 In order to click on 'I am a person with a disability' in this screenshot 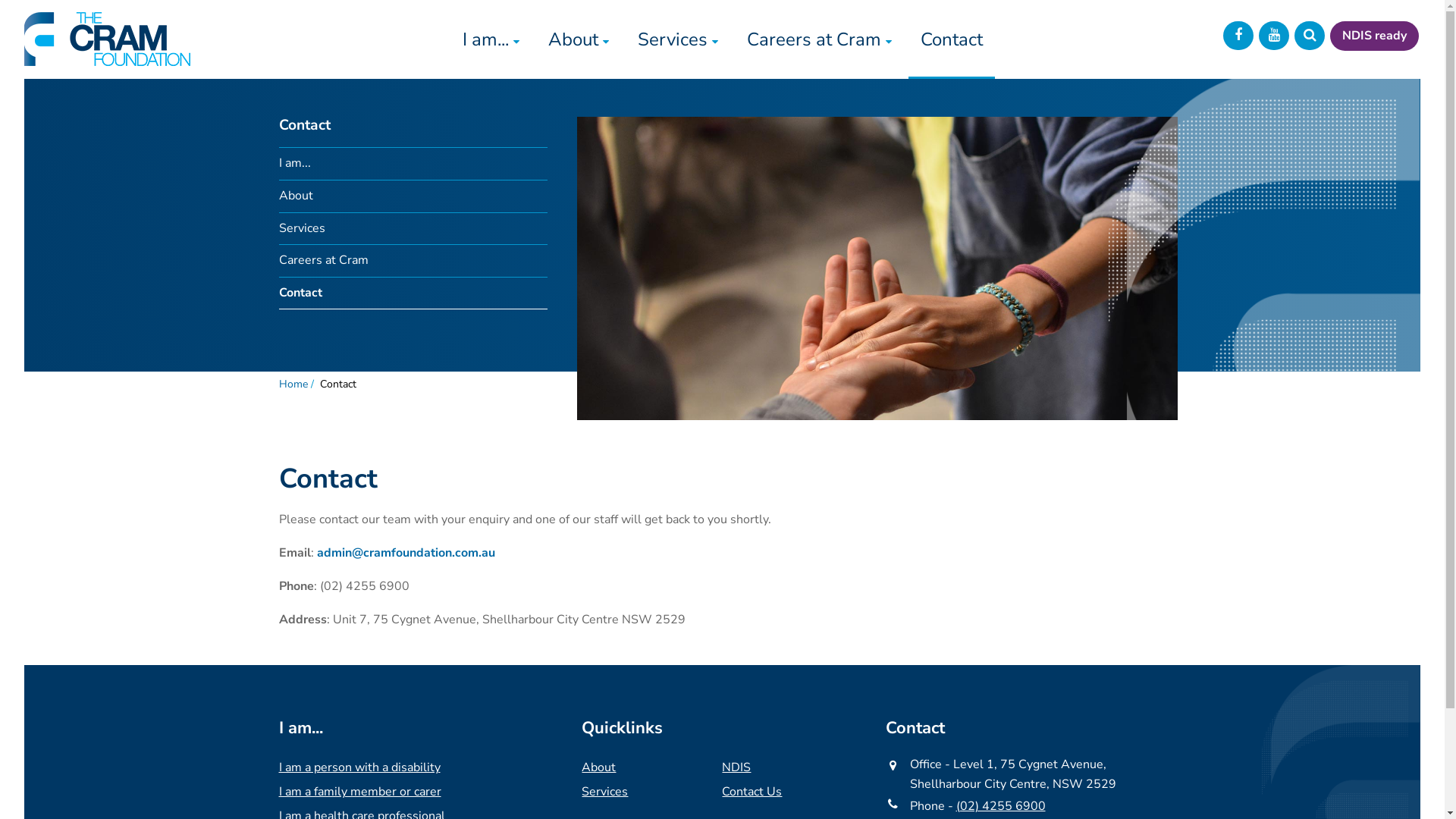, I will do `click(279, 767)`.